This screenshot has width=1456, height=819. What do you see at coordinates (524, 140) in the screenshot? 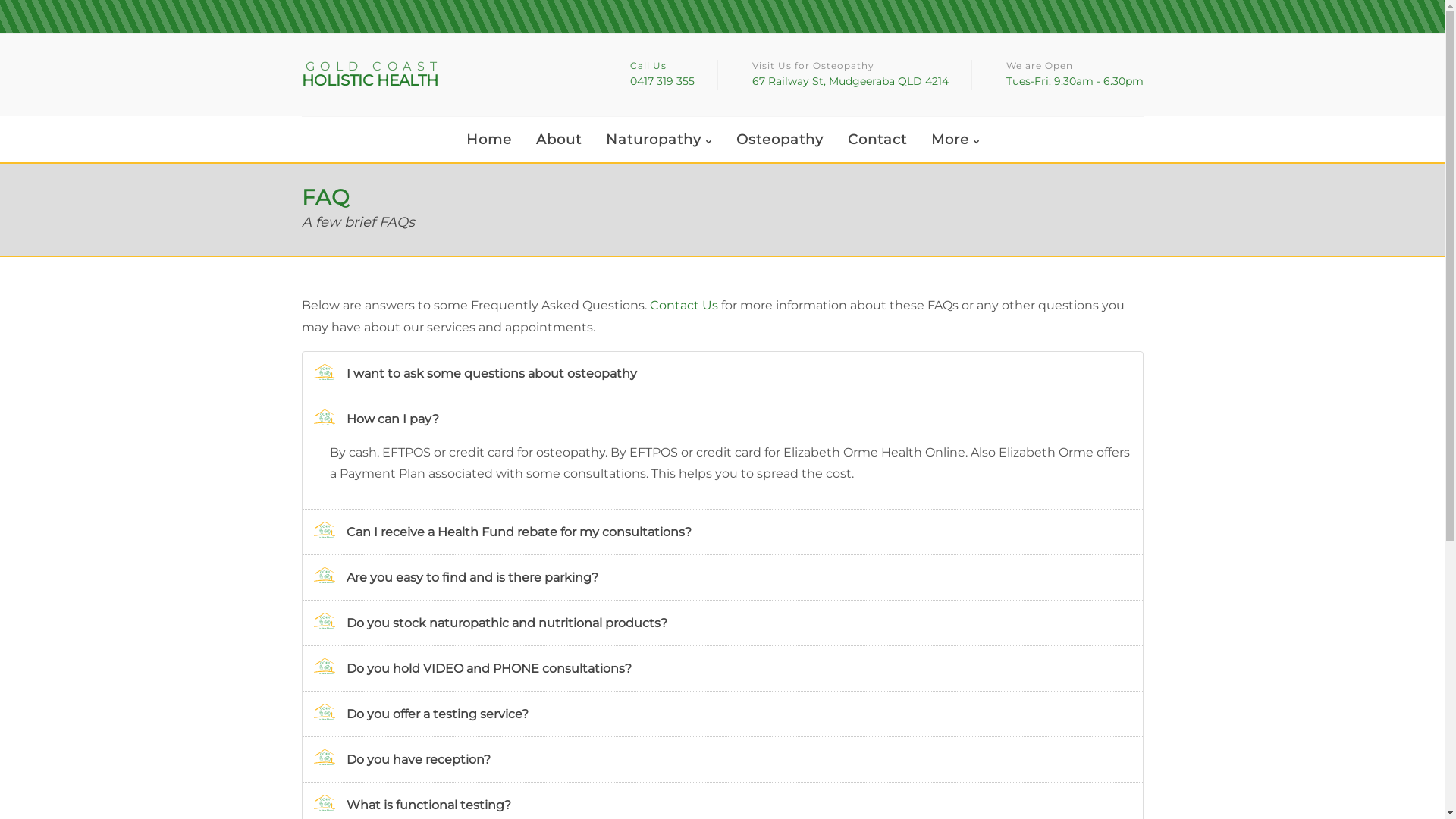
I see `'About'` at bounding box center [524, 140].